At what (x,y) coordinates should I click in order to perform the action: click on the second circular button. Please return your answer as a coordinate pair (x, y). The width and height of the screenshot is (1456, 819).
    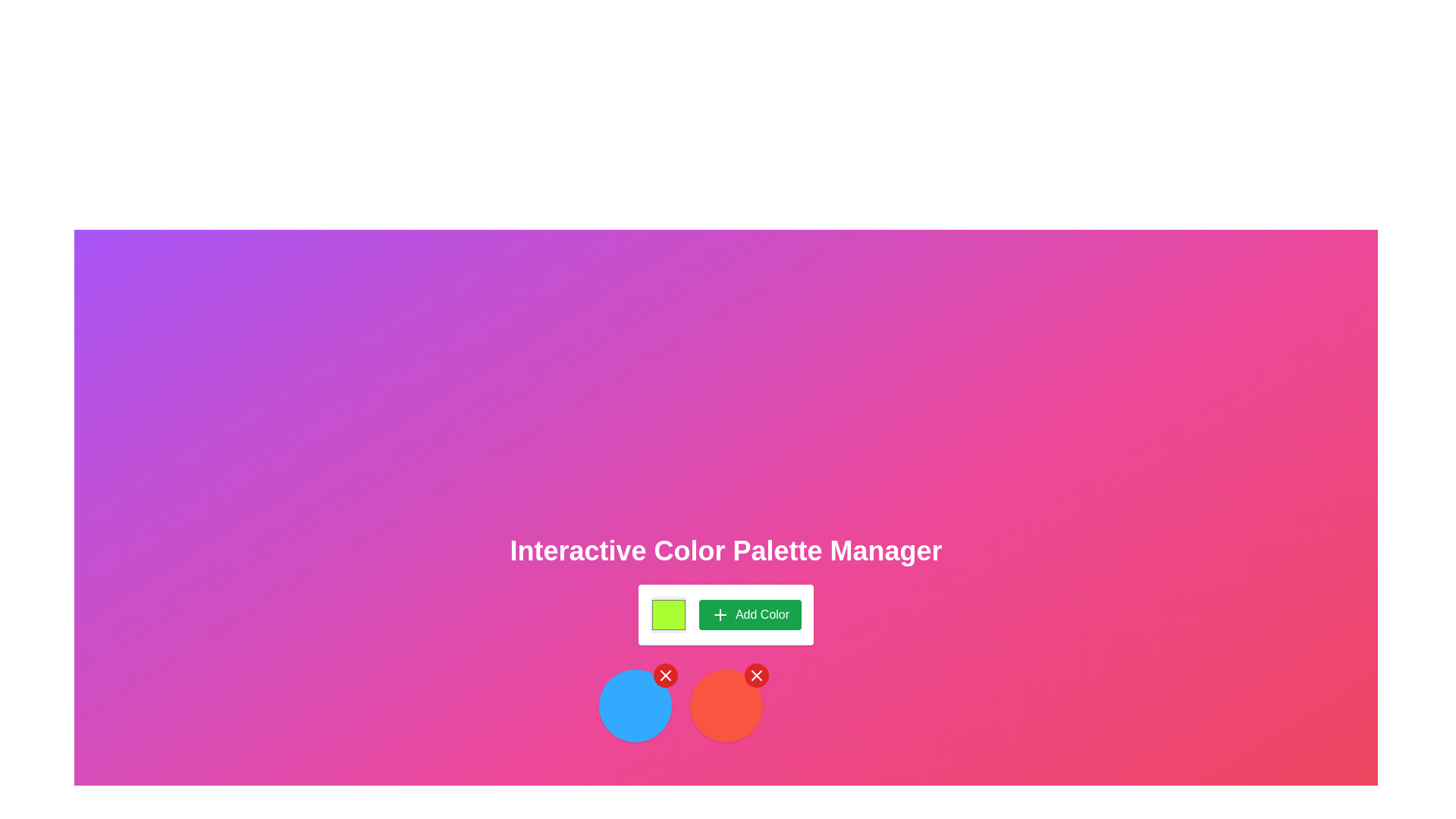
    Looking at the image, I should click on (725, 705).